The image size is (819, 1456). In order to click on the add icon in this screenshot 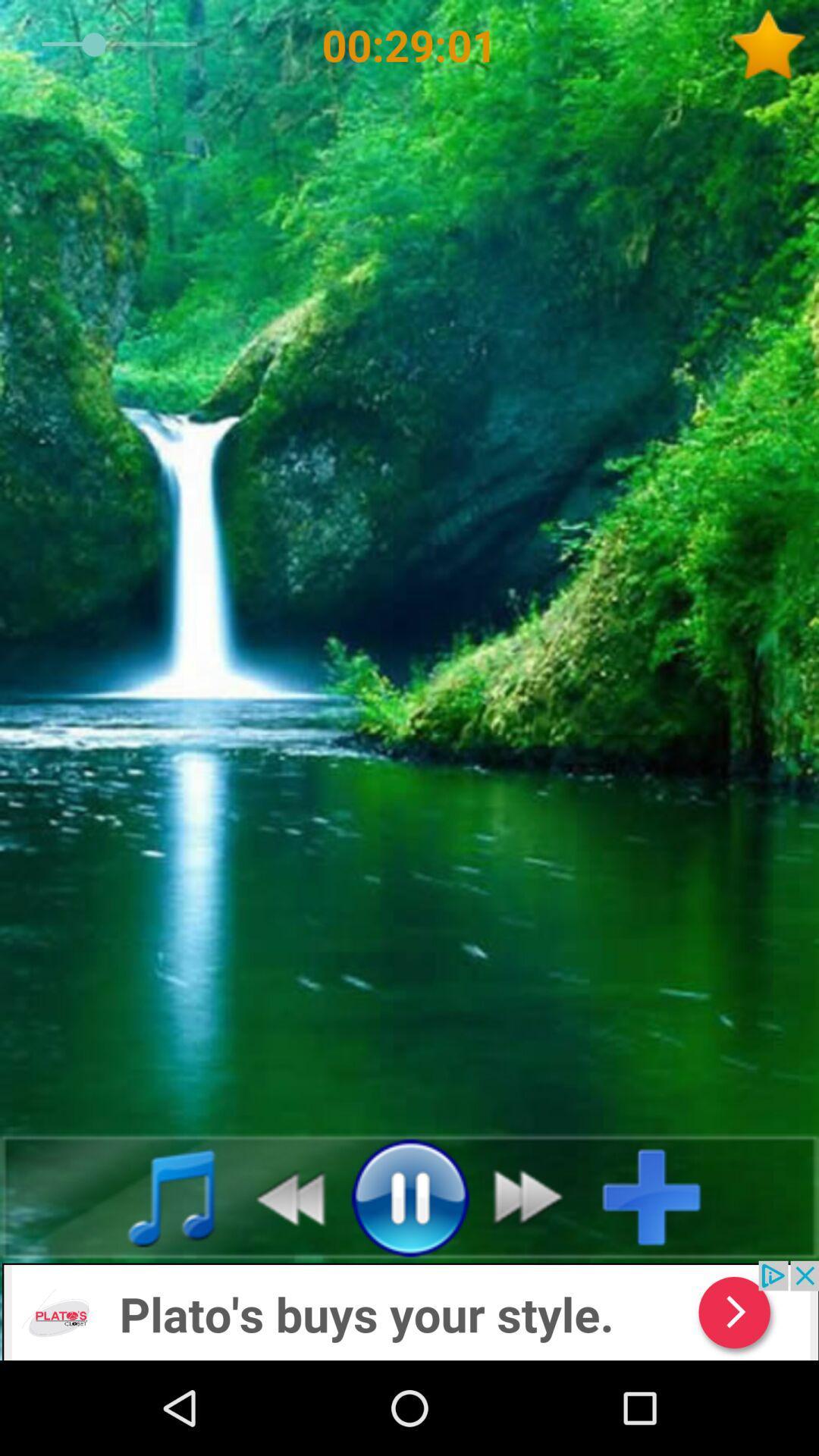, I will do `click(663, 1196)`.